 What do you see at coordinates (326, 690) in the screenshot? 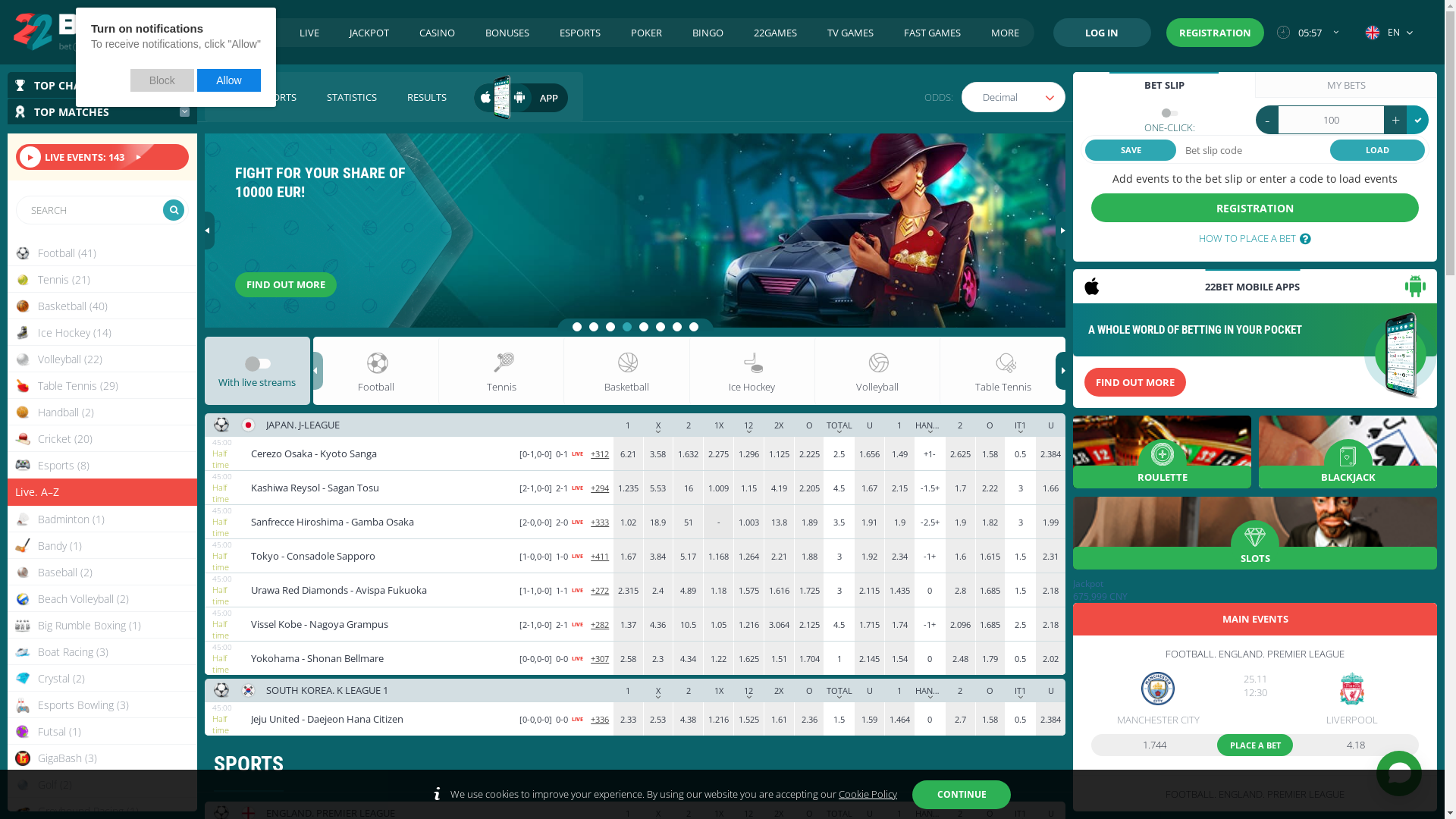
I see `'SOUTH KOREA. K LEAGUE 1'` at bounding box center [326, 690].